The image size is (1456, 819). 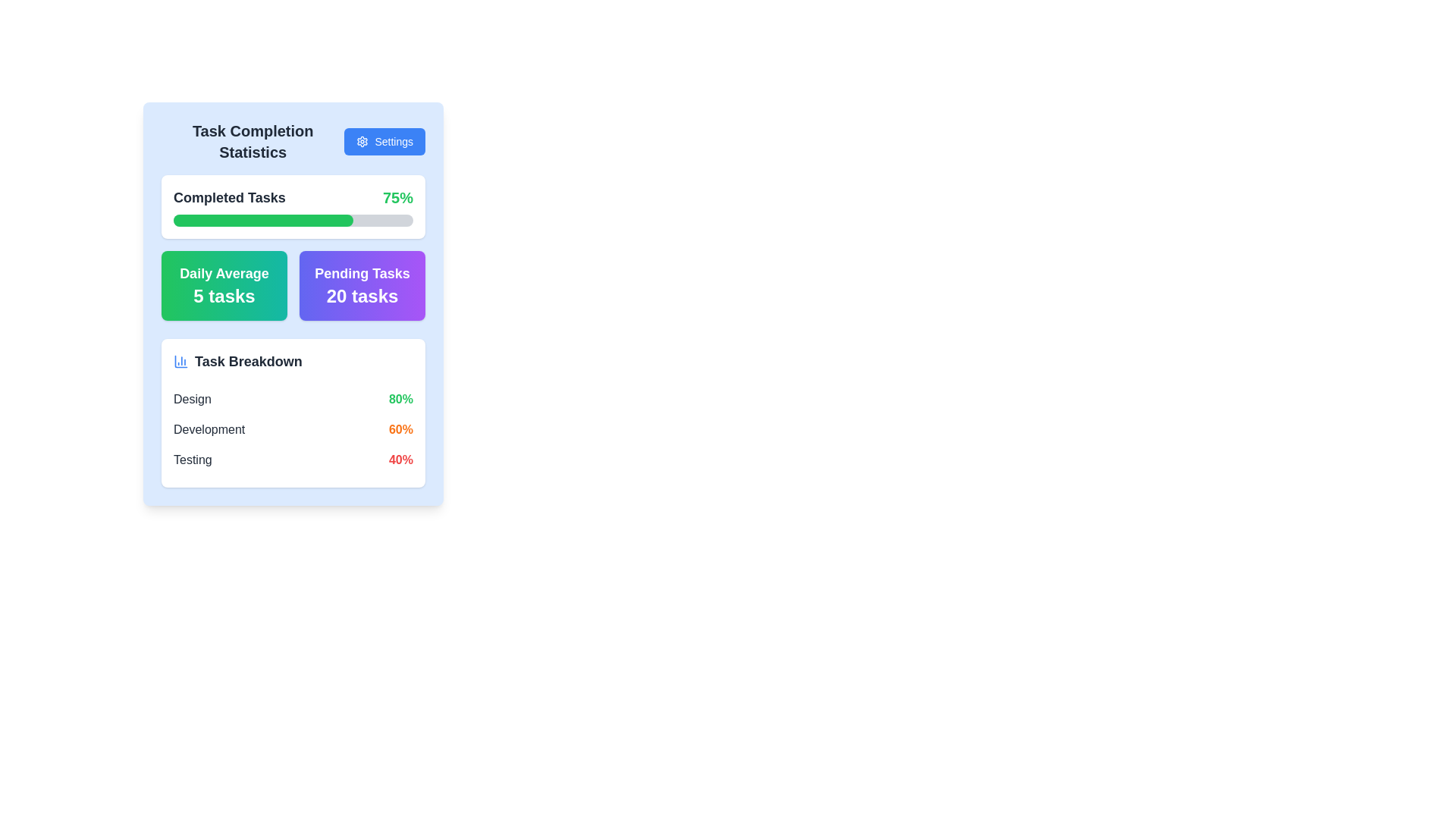 I want to click on the Informative card or text summary box that displays 'Pending Tasks' and '20 tasks', which is located in the second column of the layout, so click(x=362, y=286).